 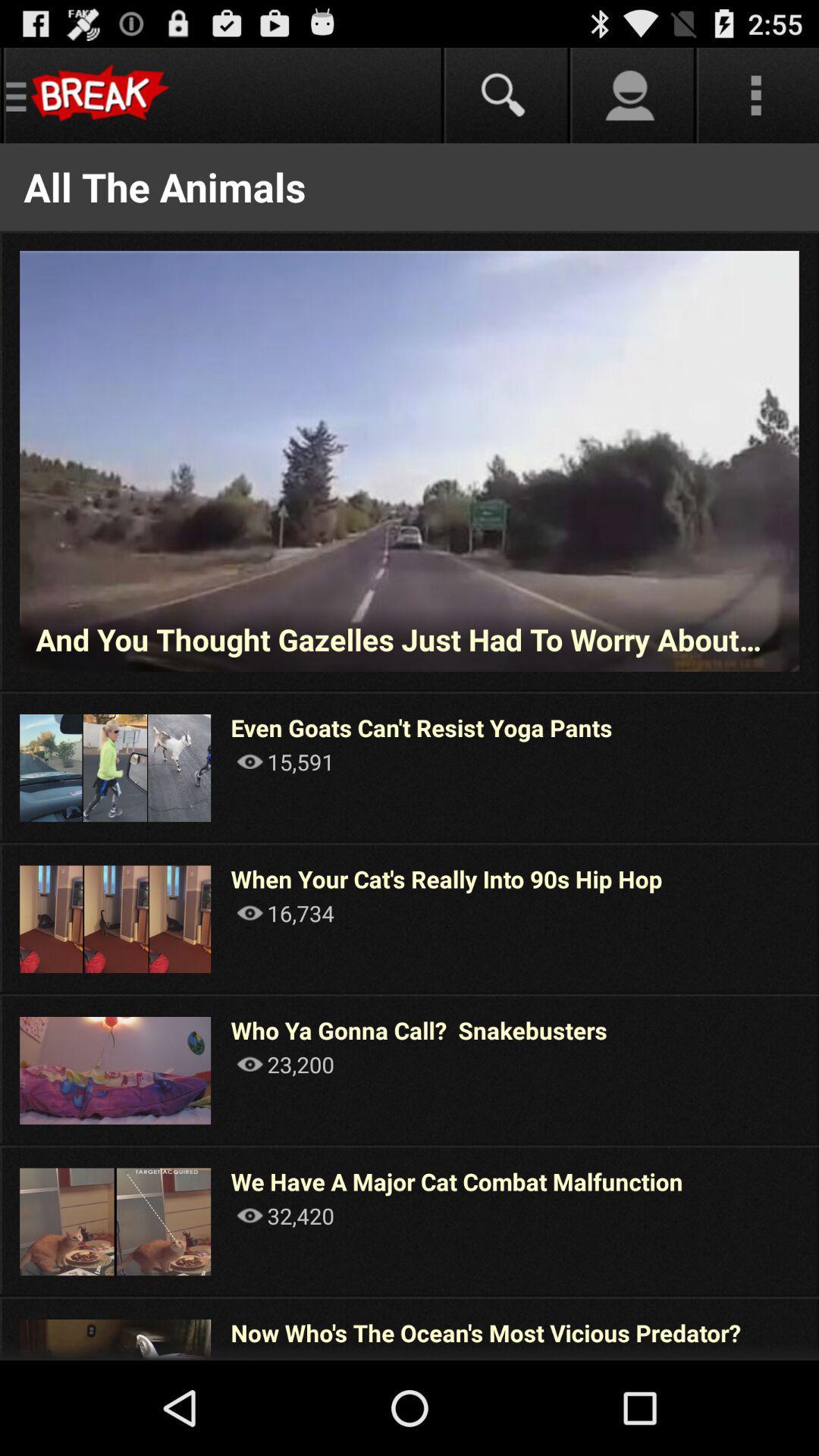 I want to click on the app to the right of we have a icon, so click(x=817, y=1221).